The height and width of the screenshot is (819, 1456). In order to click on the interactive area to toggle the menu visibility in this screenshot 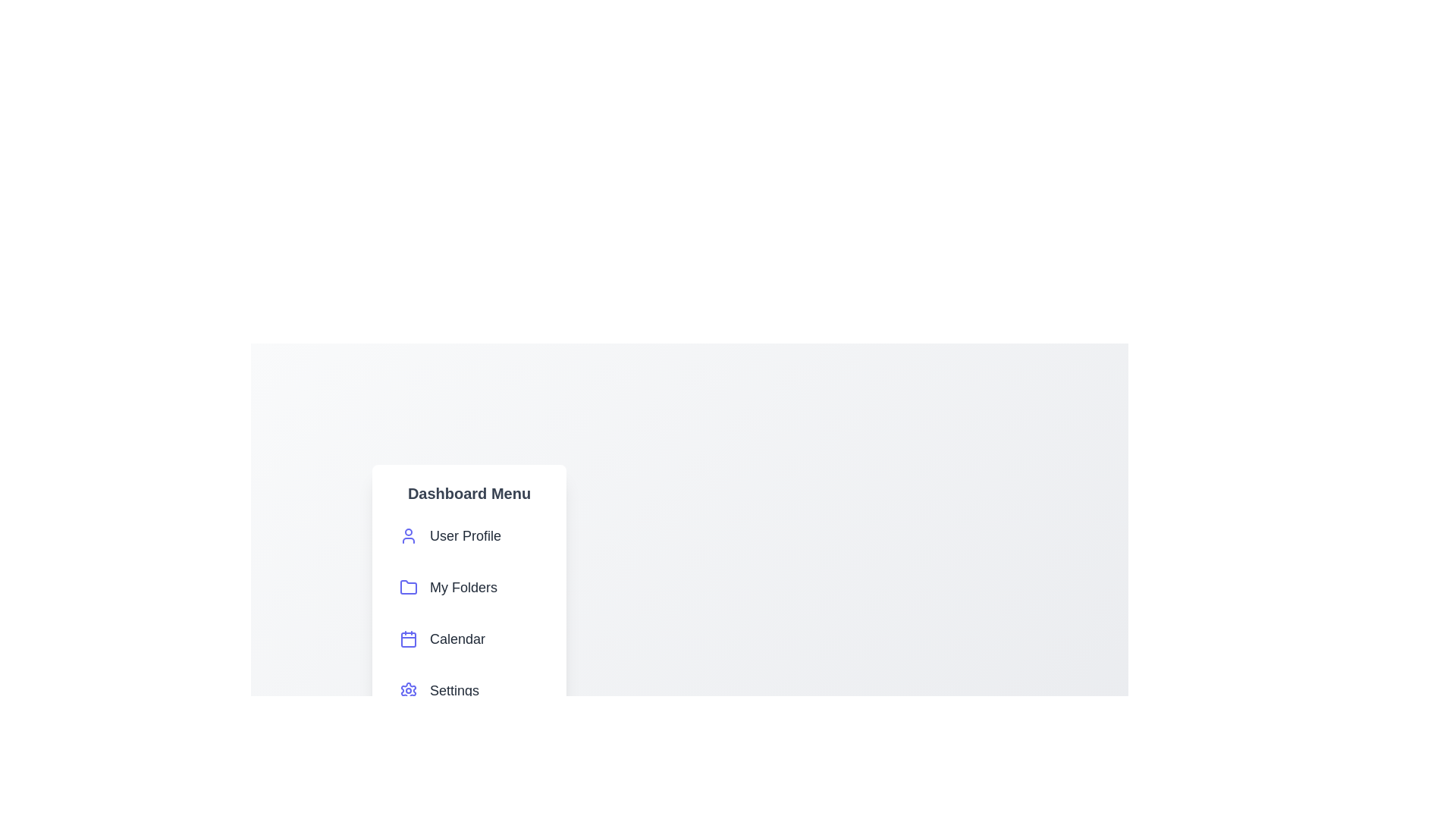, I will do `click(689, 752)`.